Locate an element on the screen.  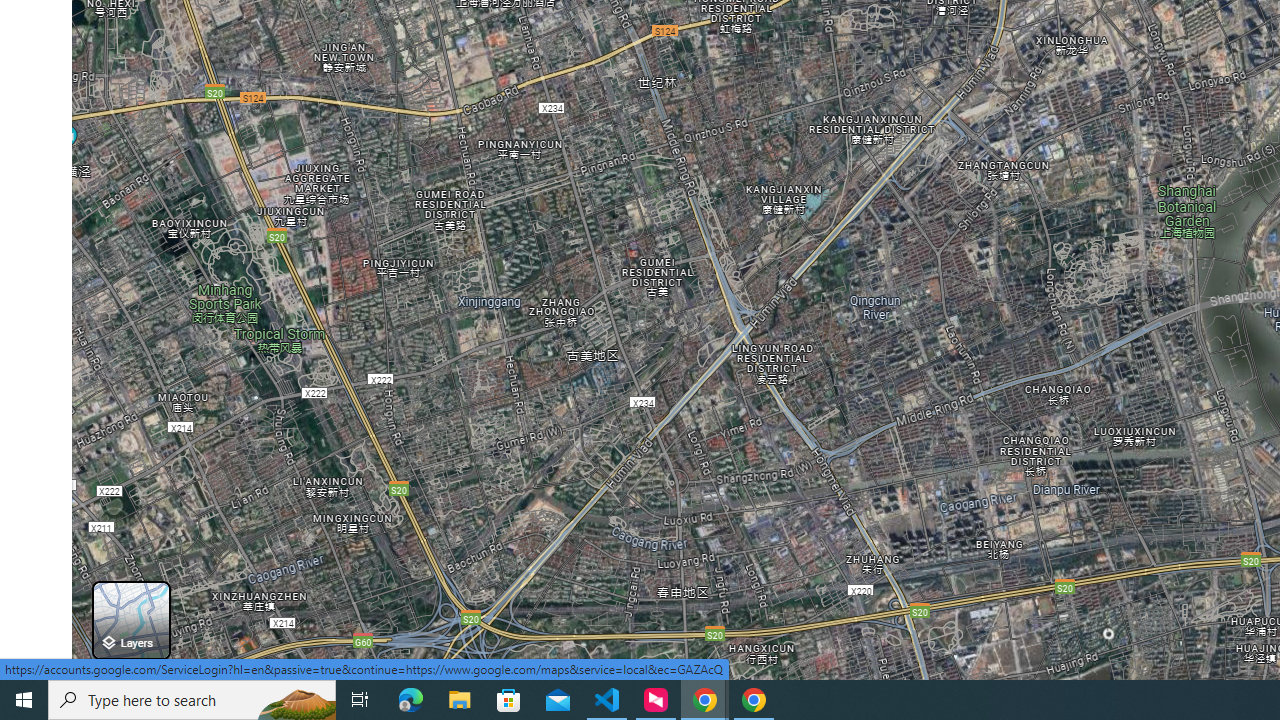
'Layers' is located at coordinates (130, 619).